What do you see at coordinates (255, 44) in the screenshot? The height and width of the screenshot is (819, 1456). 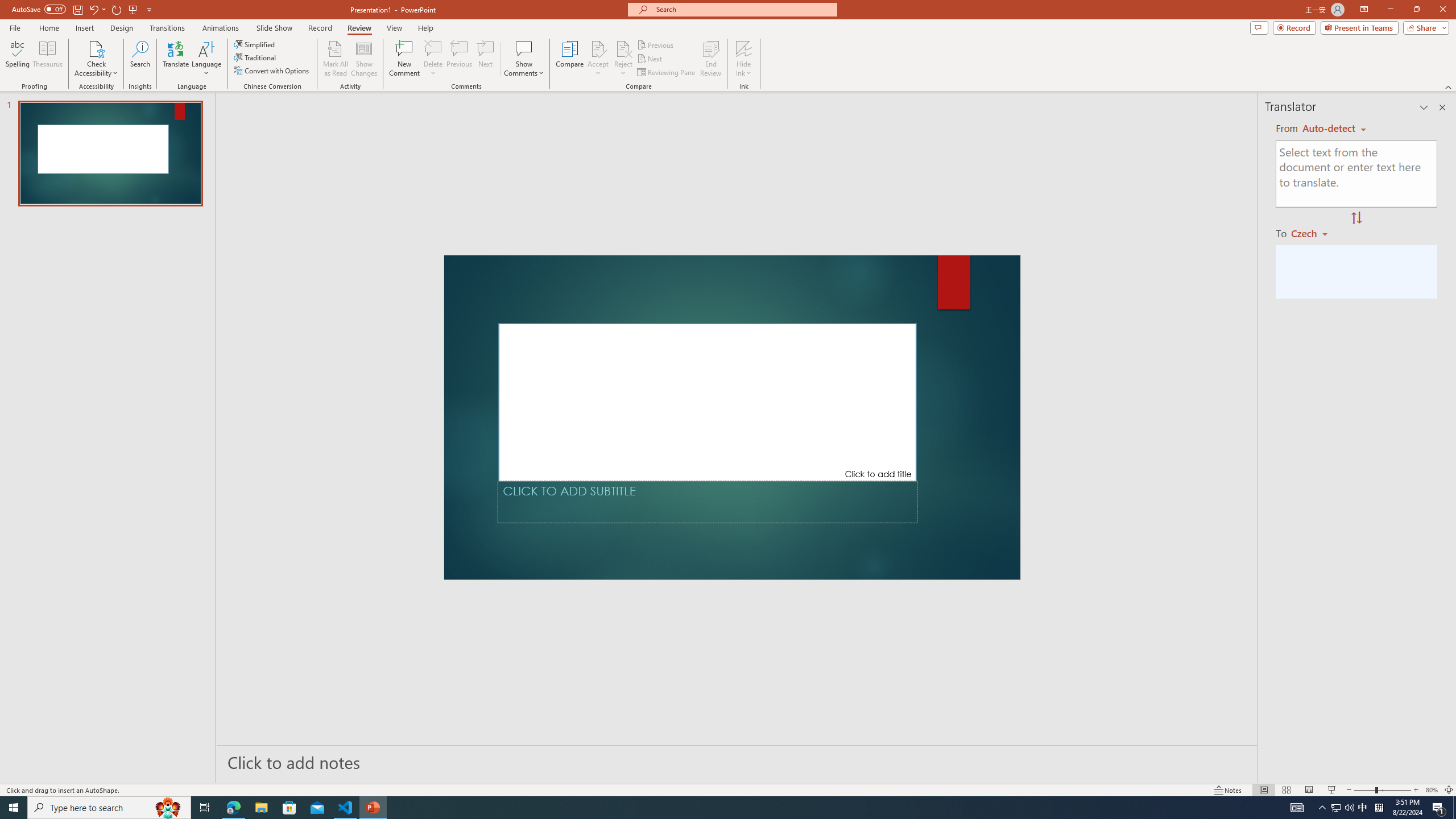 I see `'Simplified'` at bounding box center [255, 44].